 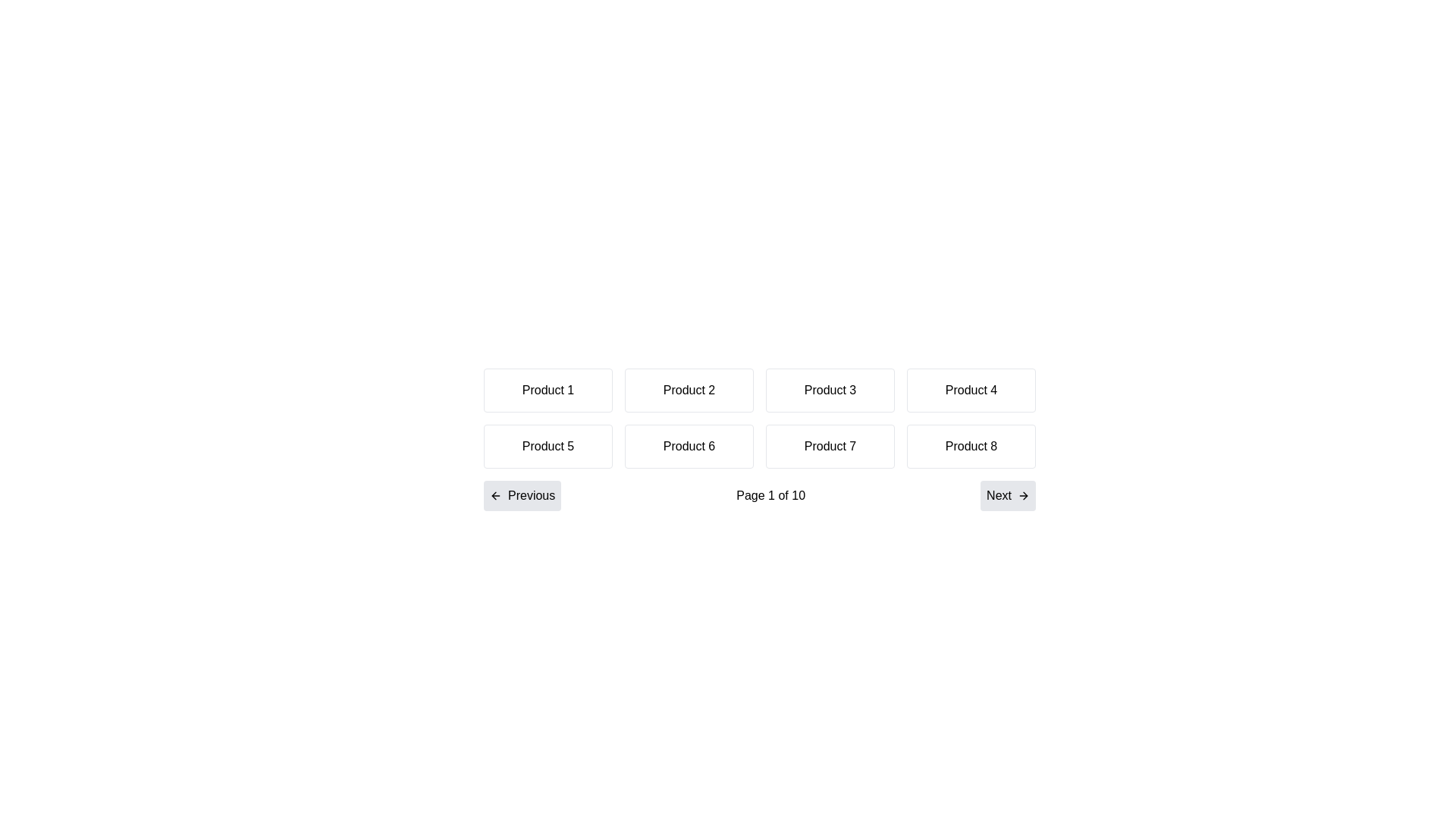 I want to click on the static text label that indicates the current page number and total number of pages, located in the middle of the navigation bar between the 'Previous' and 'Next' buttons, so click(x=770, y=496).